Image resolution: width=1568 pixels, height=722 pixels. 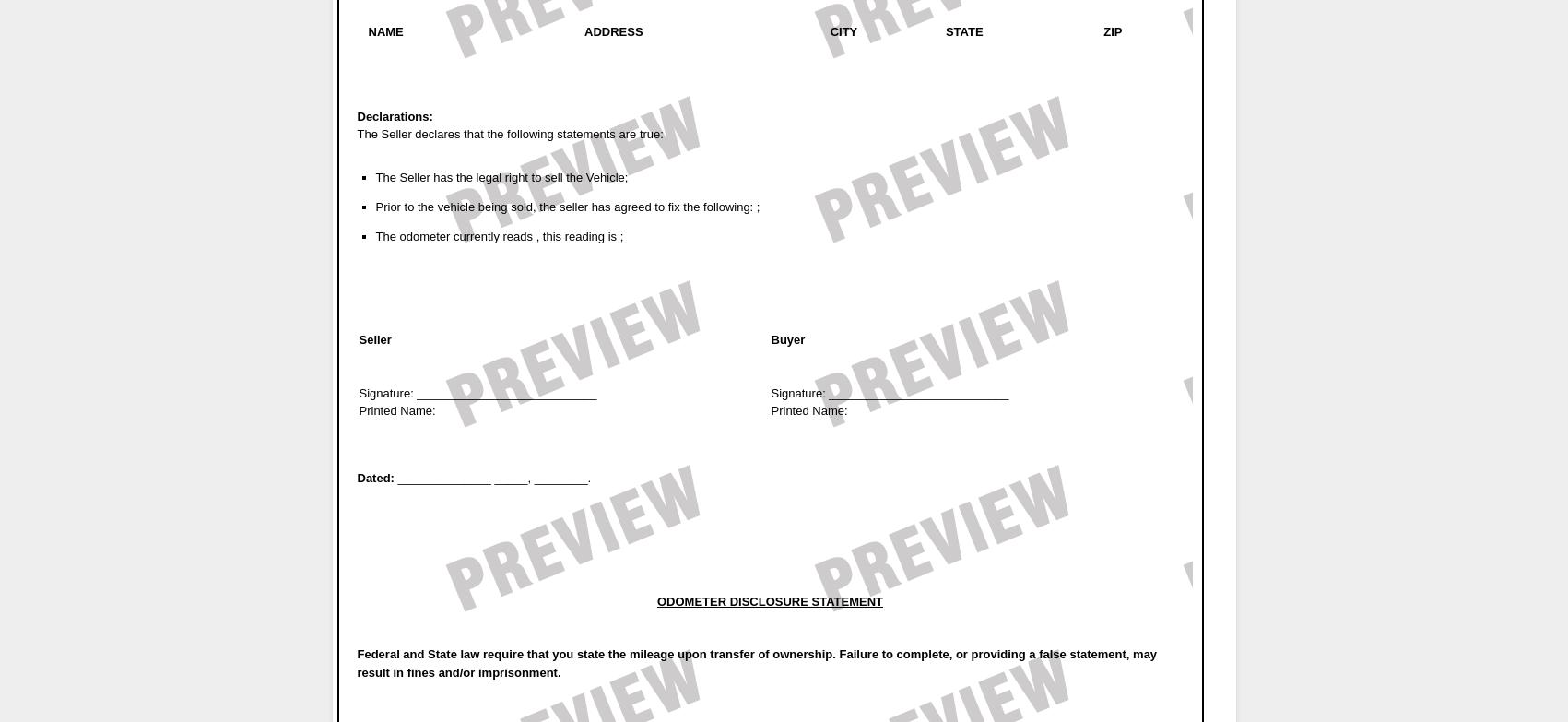 I want to click on 'CITY', so click(x=842, y=31).